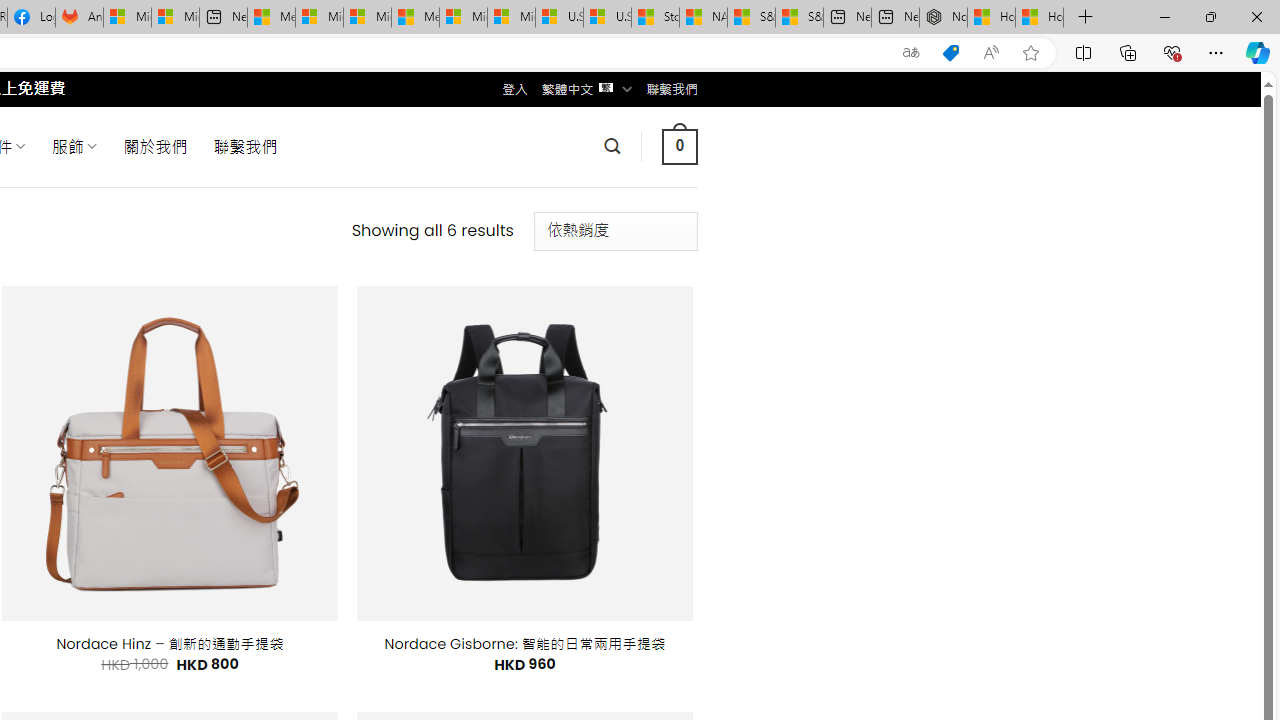 This screenshot has width=1280, height=720. What do you see at coordinates (798, 17) in the screenshot?
I see `'S&P 500, Nasdaq end lower, weighed by Nvidia dip | Watch'` at bounding box center [798, 17].